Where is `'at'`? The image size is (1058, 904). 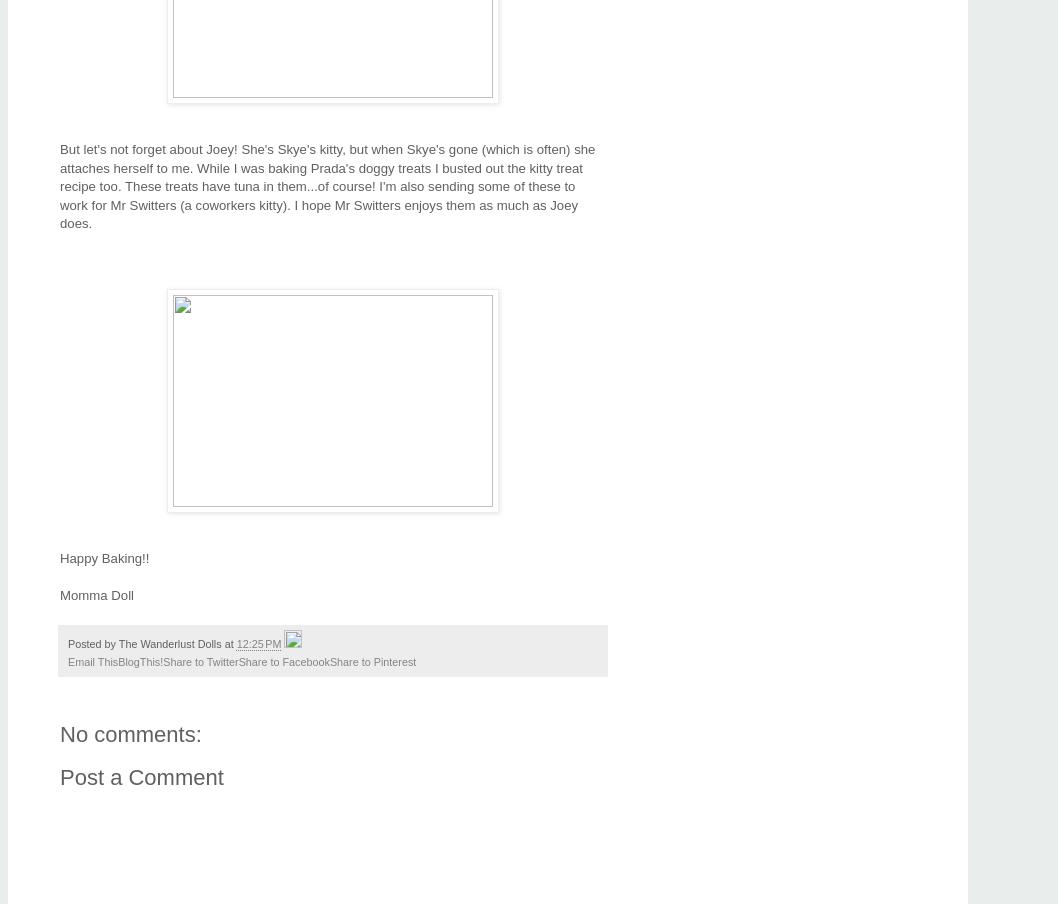
'at' is located at coordinates (230, 644).